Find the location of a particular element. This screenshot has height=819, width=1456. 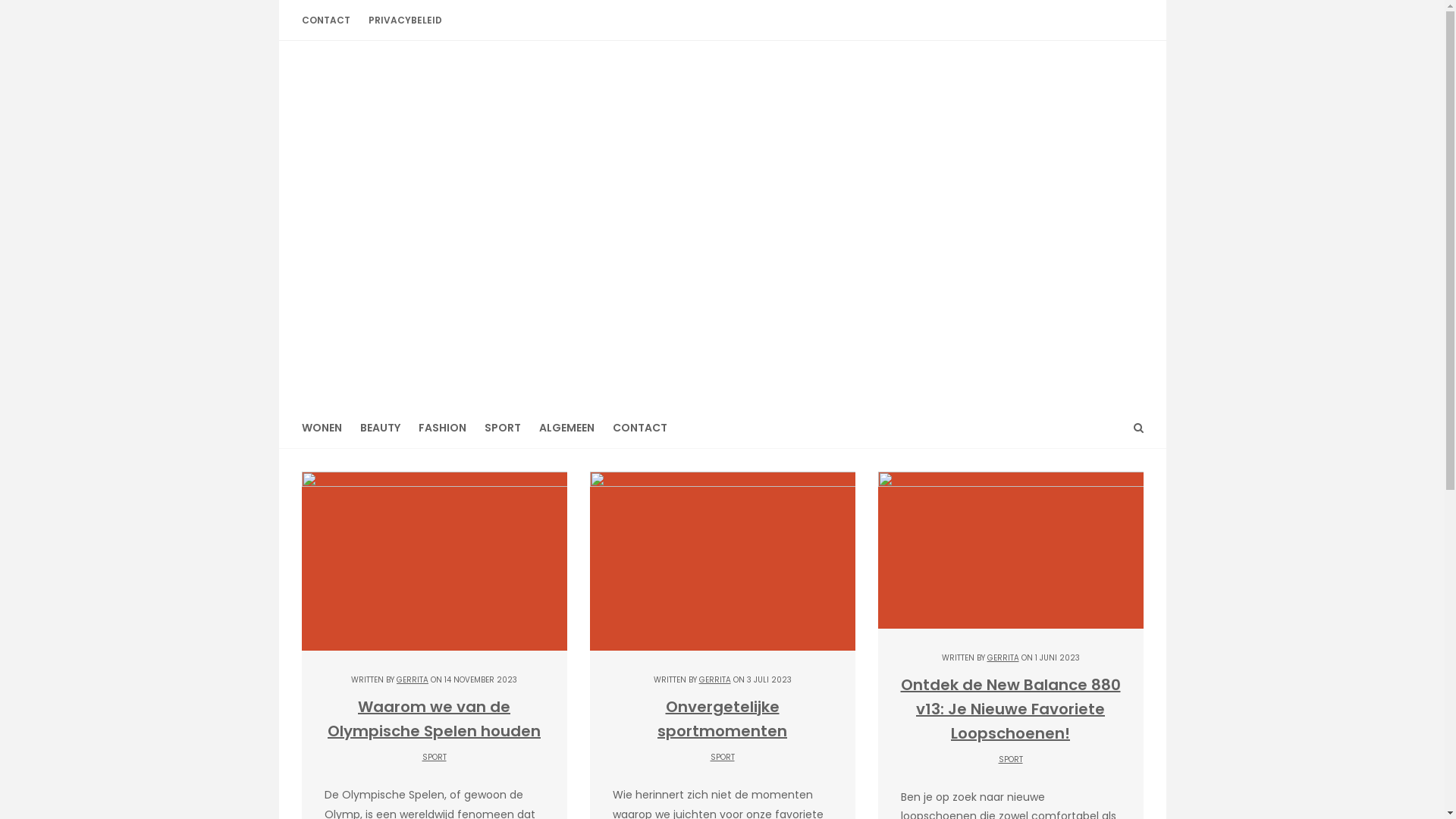

'PRIVACYBELEID' is located at coordinates (405, 20).